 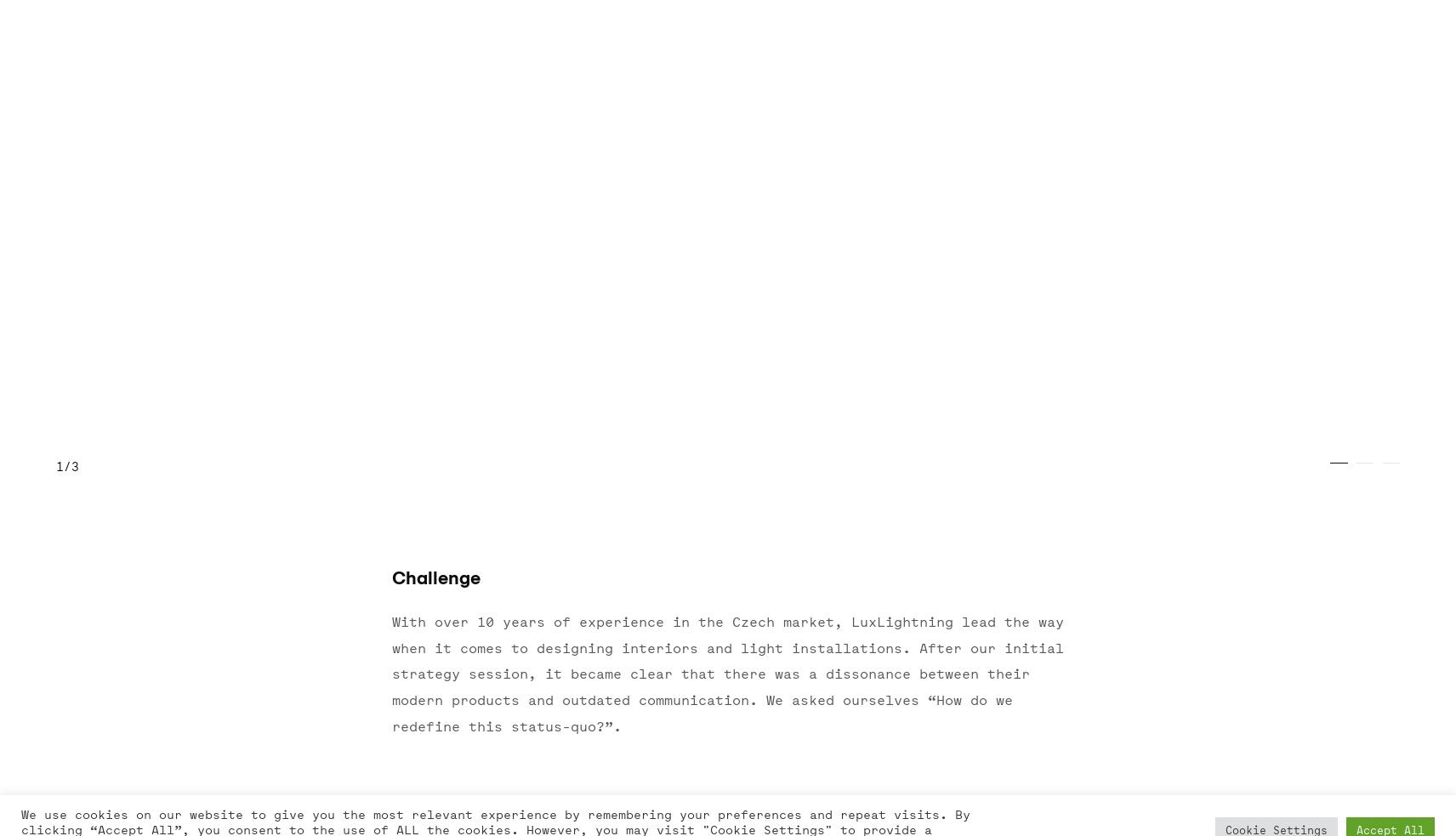 I want to click on 'Ventures', so click(x=483, y=782).